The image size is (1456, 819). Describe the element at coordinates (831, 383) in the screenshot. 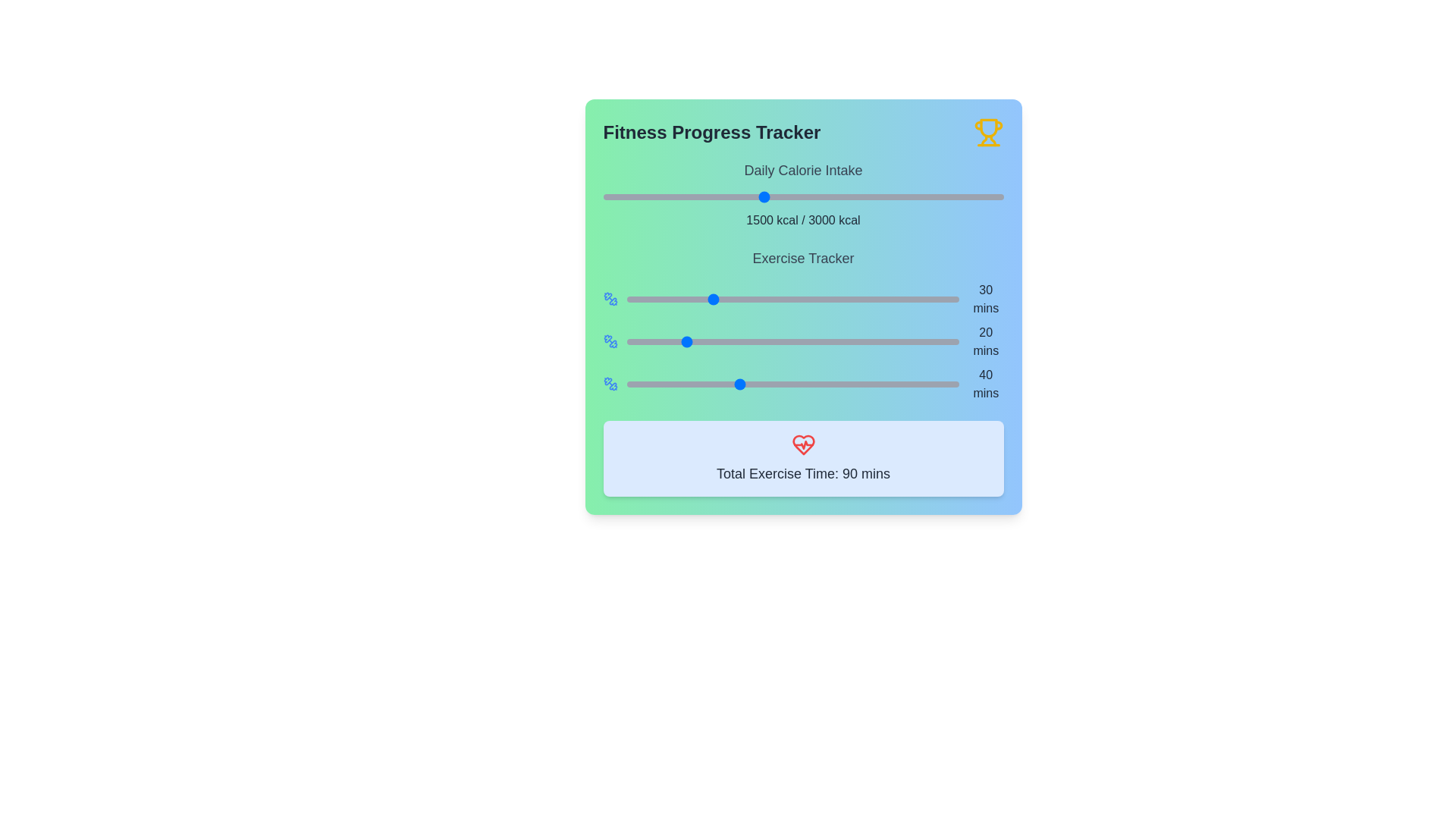

I see `the exercise time` at that location.